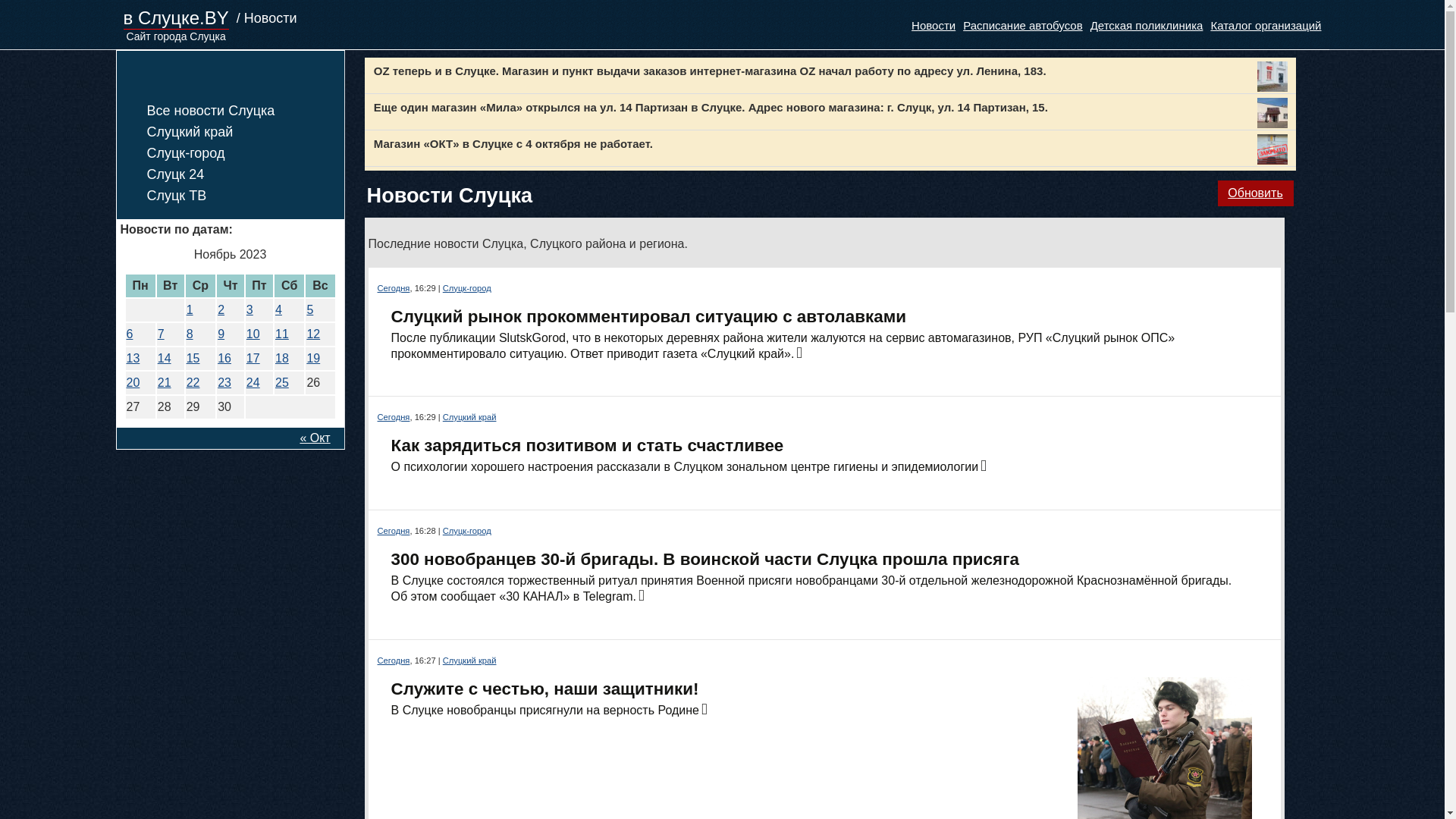  What do you see at coordinates (132, 358) in the screenshot?
I see `'13'` at bounding box center [132, 358].